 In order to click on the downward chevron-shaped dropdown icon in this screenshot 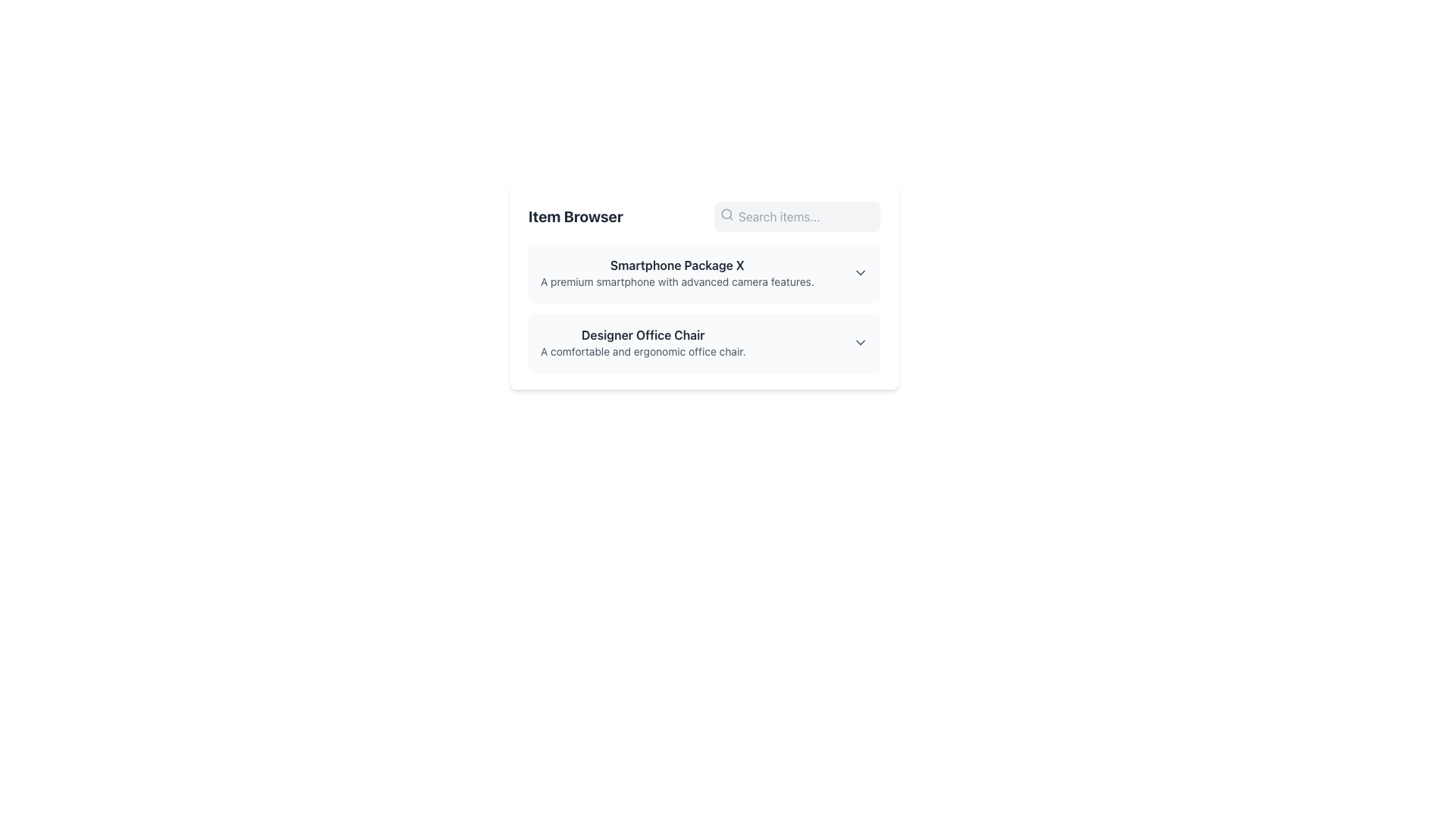, I will do `click(860, 271)`.